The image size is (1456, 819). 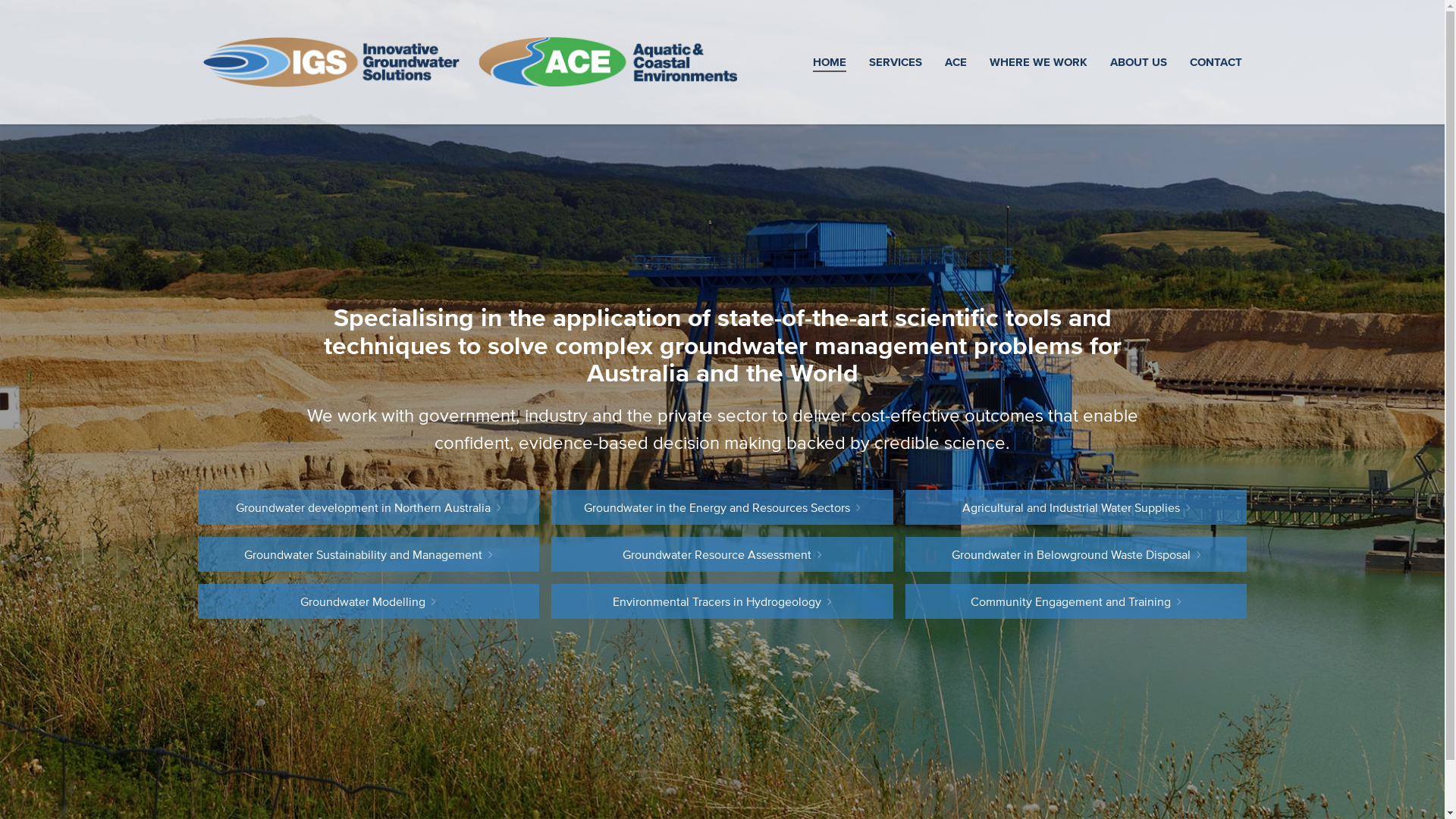 I want to click on 'Agricultural and Industrial Water Supplies  ', so click(x=1075, y=507).